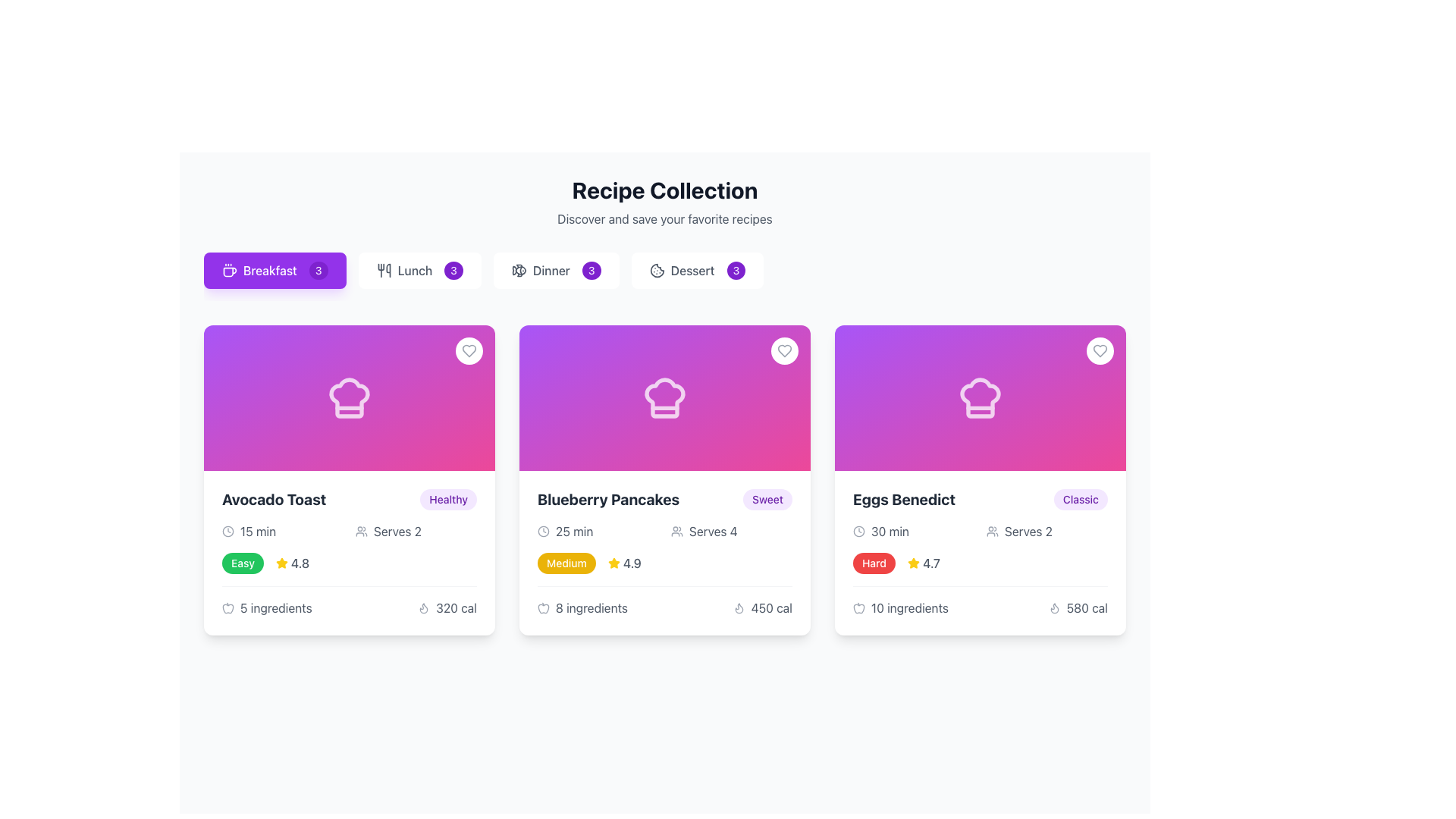  What do you see at coordinates (858, 607) in the screenshot?
I see `the small light gray apple icon located to the left of the '10 ingredients' text in the 'Eggs Benedict' recipe card's metadata` at bounding box center [858, 607].